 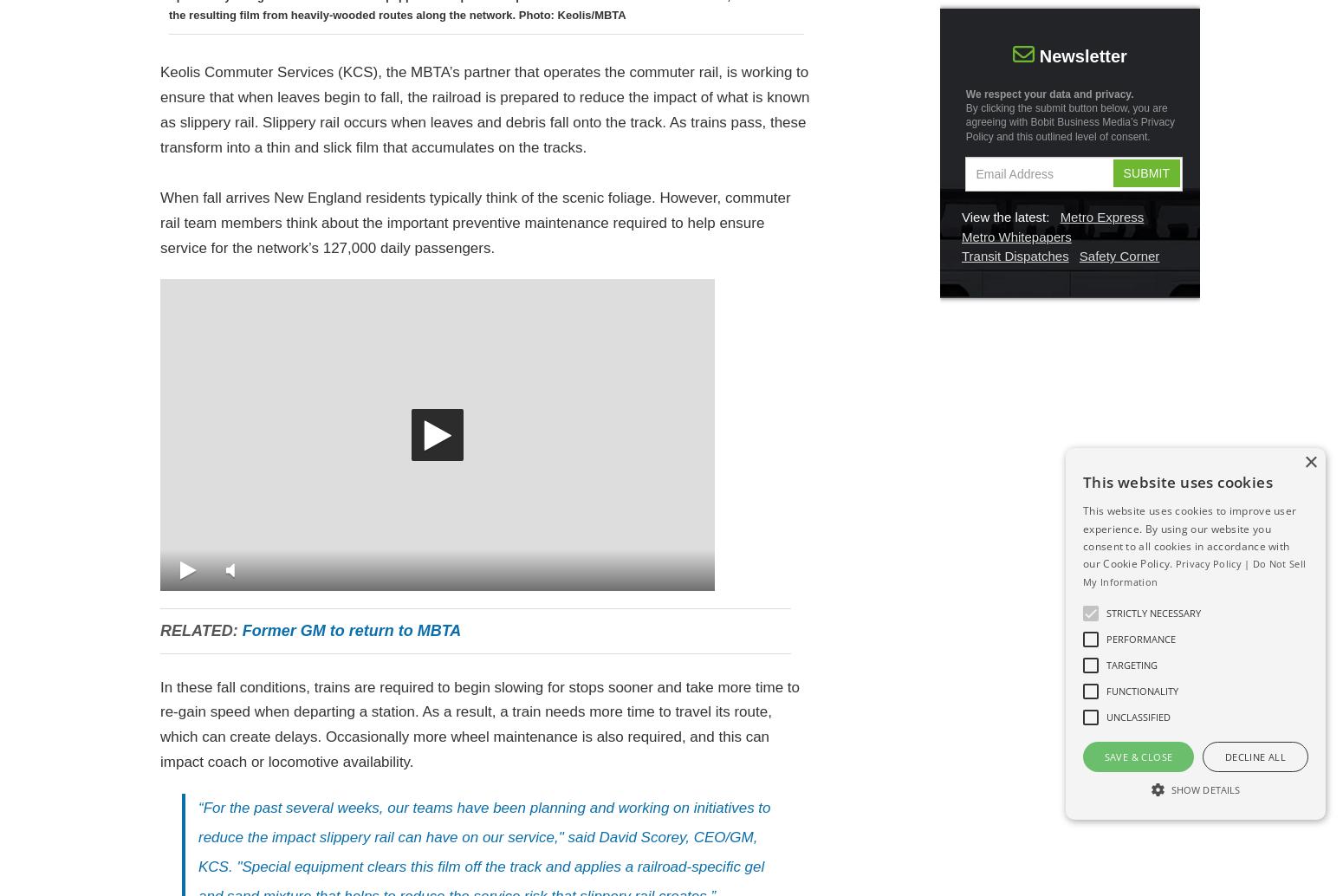 I want to click on 'Transit Dispatches', so click(x=1015, y=255).